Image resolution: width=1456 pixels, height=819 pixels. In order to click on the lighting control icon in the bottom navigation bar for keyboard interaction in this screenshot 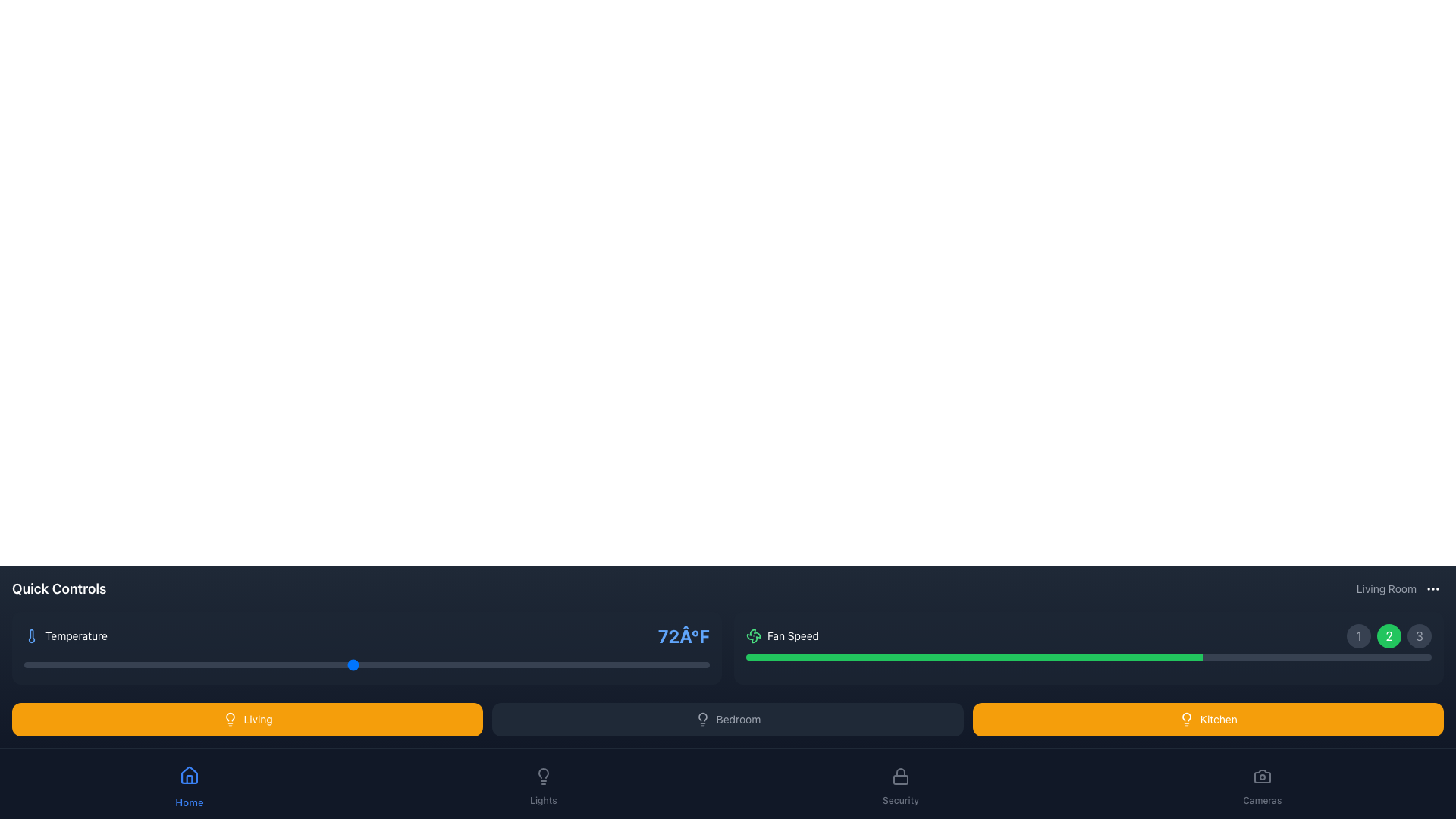, I will do `click(543, 773)`.